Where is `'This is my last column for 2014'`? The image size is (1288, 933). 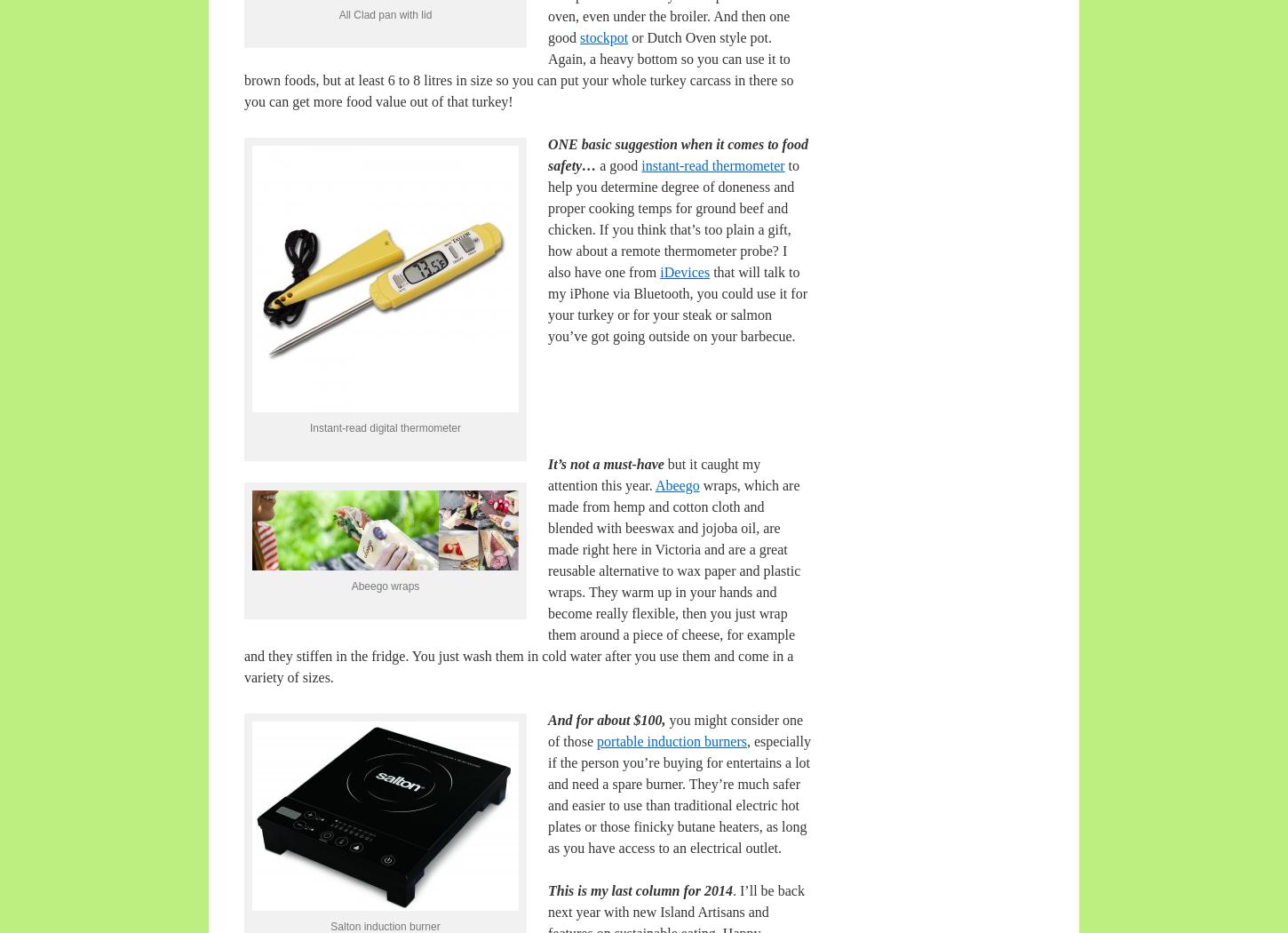 'This is my last column for 2014' is located at coordinates (639, 890).